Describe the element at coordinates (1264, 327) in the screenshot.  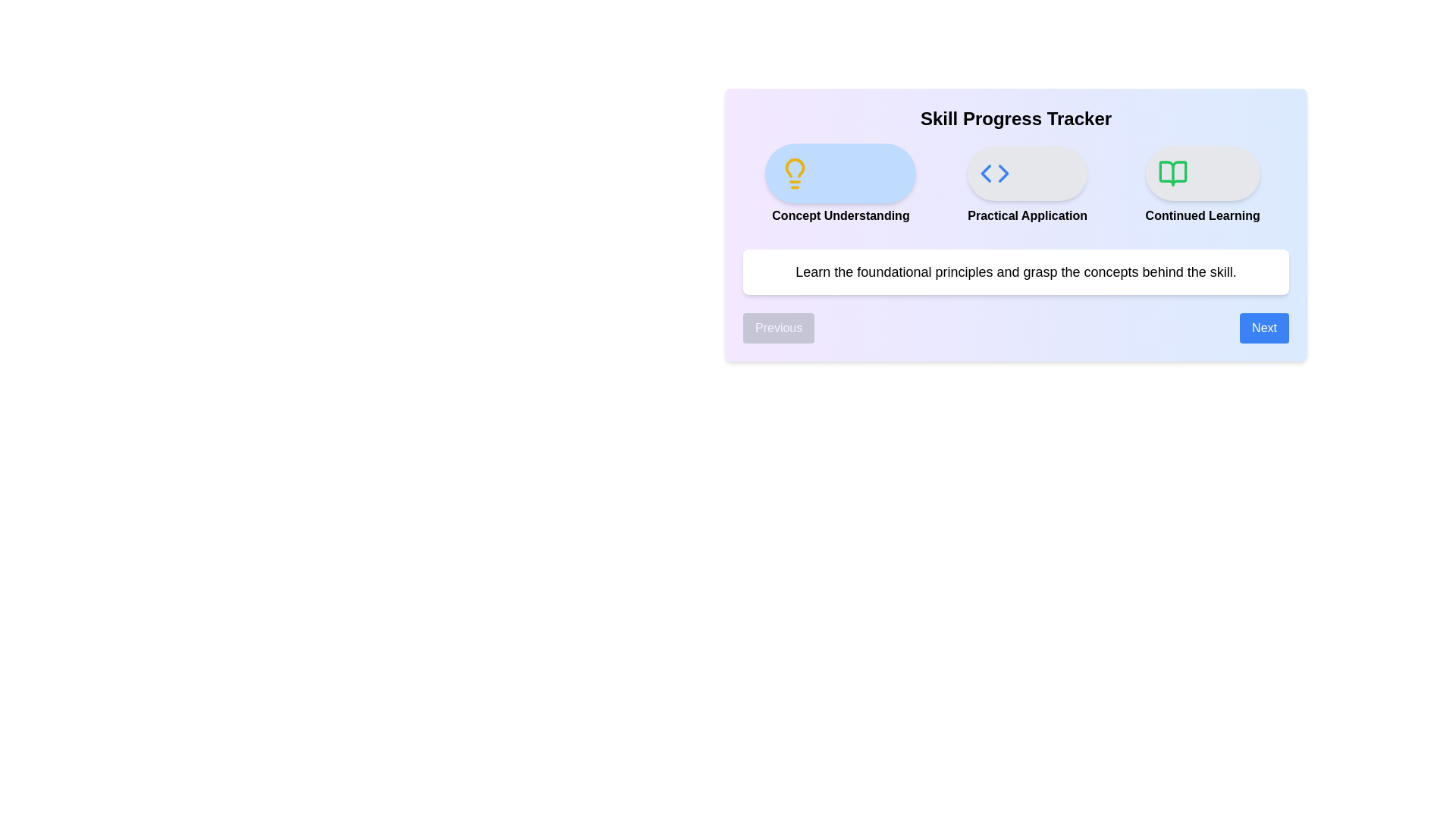
I see `the 'Next' button to navigate to the next step in the Skill Progress Tracker` at that location.